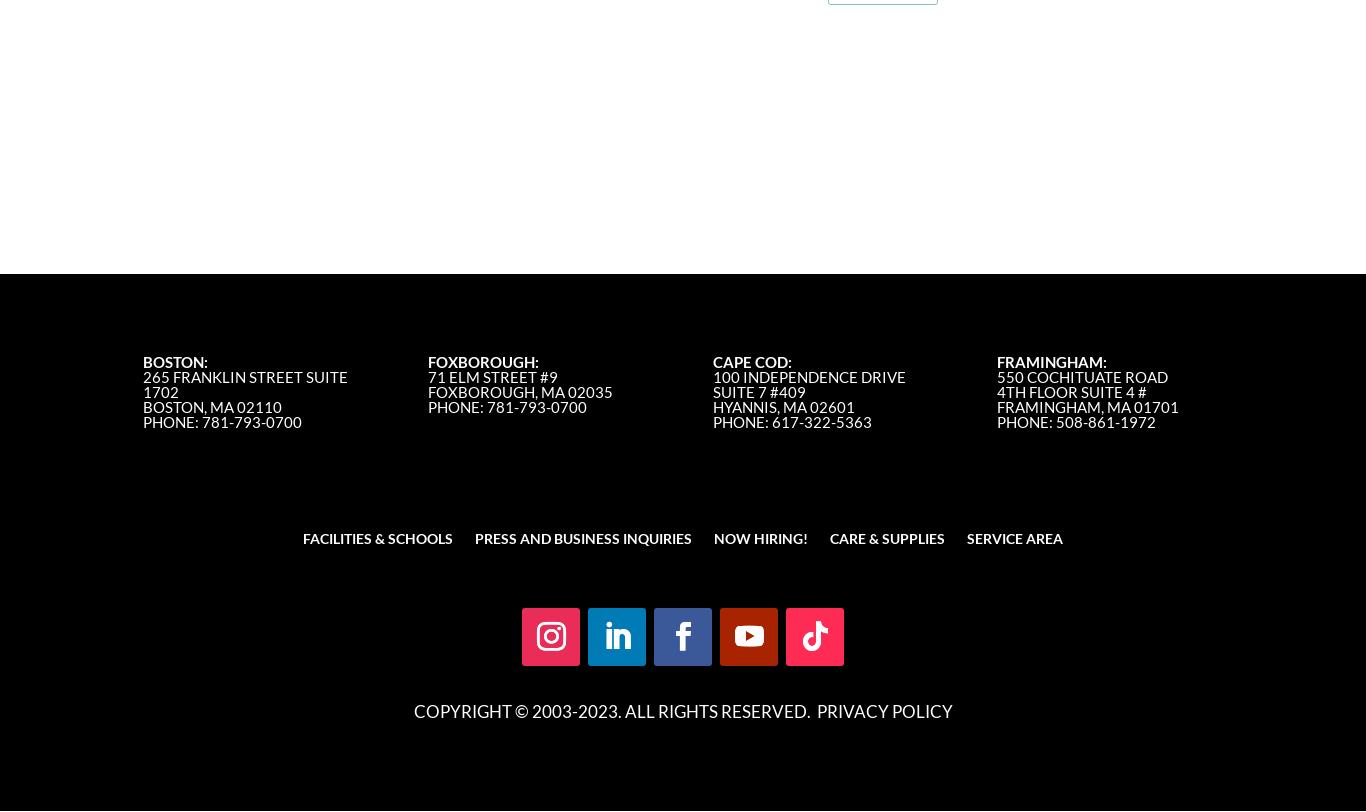 The image size is (1366, 812). I want to click on 'Cape Cod:', so click(751, 361).